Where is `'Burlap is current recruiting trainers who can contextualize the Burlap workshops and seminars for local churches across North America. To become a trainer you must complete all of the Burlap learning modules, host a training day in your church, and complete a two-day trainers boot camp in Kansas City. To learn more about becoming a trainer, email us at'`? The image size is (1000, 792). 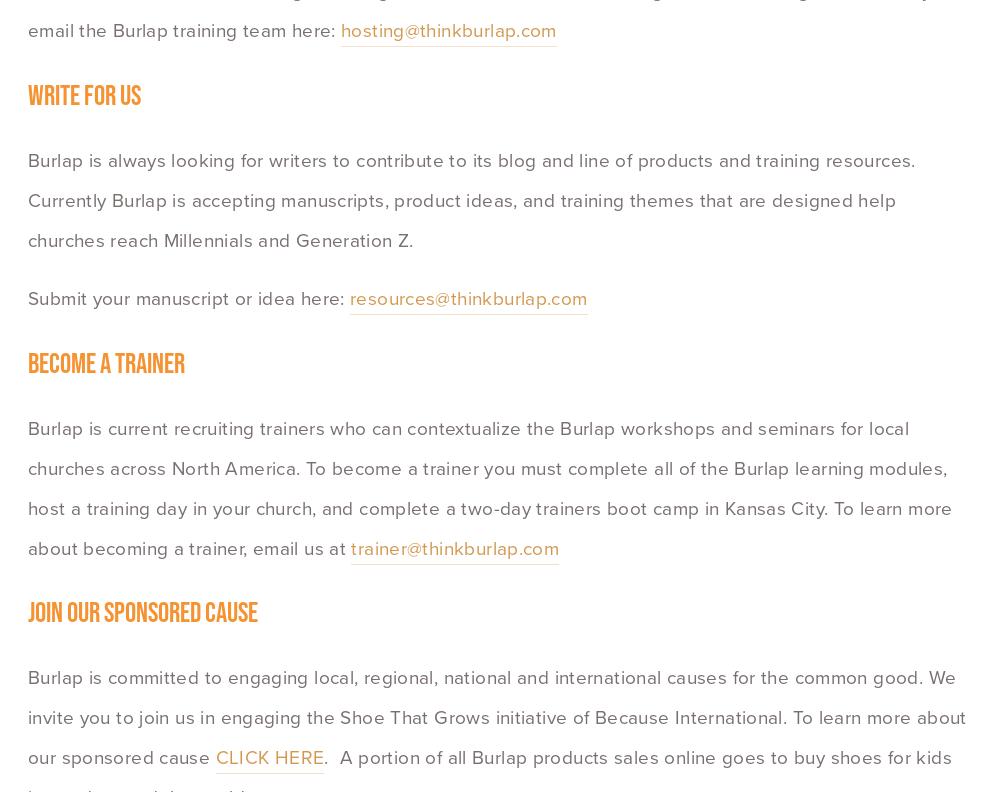
'Burlap is current recruiting trainers who can contextualize the Burlap workshops and seminars for local churches across North America. To become a trainer you must complete all of the Burlap learning modules, host a training day in your church, and complete a two-day trainers boot camp in Kansas City. To learn more about becoming a trainer, email us at' is located at coordinates (492, 487).